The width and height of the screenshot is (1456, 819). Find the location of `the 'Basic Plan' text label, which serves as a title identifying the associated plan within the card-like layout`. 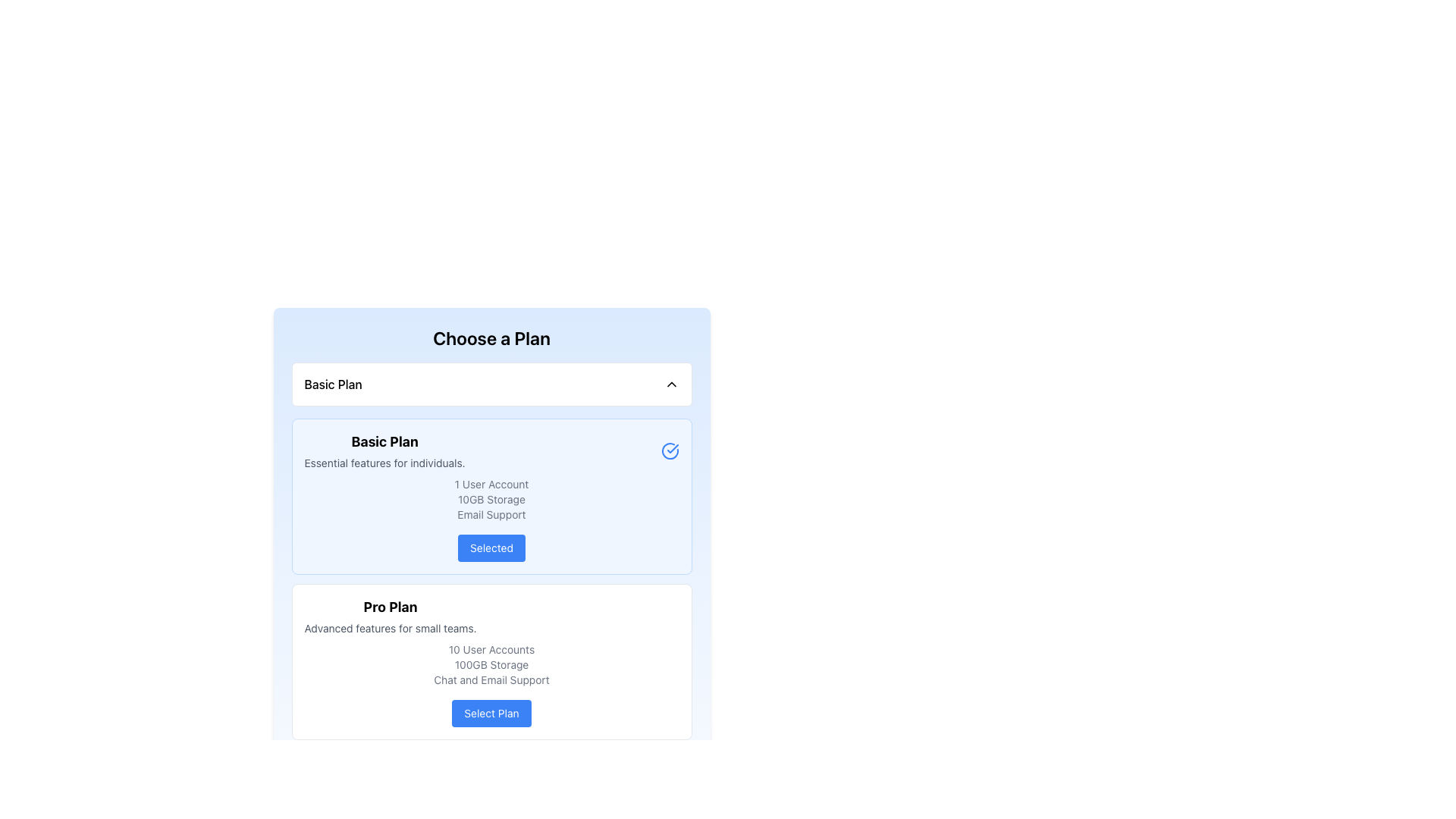

the 'Basic Plan' text label, which serves as a title identifying the associated plan within the card-like layout is located at coordinates (332, 383).